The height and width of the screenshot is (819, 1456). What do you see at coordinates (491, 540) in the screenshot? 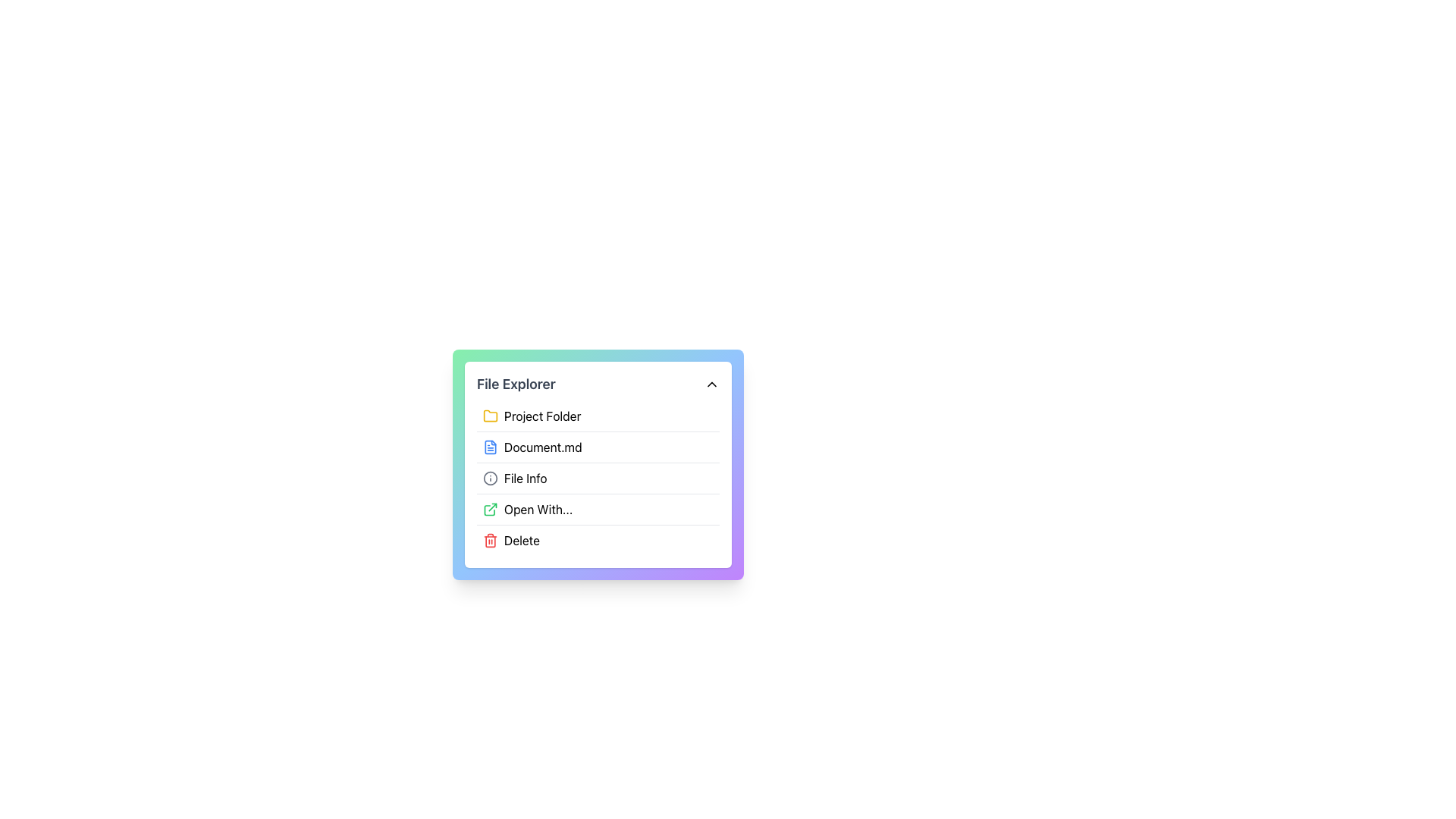
I see `the trash bin icon, which is a rounded rectangular outline representing the main body of the delete symbol in the context menu` at bounding box center [491, 540].